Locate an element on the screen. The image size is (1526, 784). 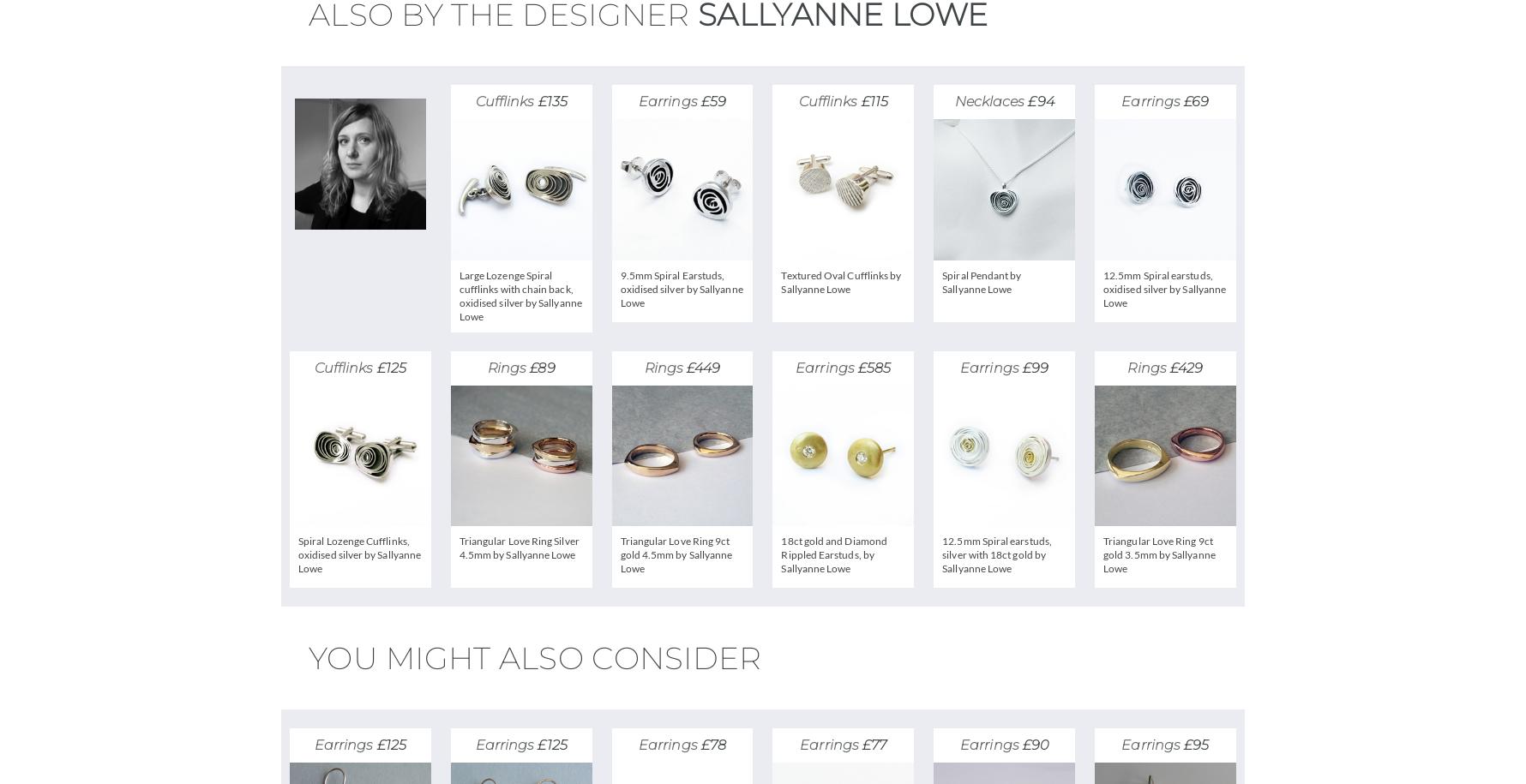
'£429' is located at coordinates (1186, 367).